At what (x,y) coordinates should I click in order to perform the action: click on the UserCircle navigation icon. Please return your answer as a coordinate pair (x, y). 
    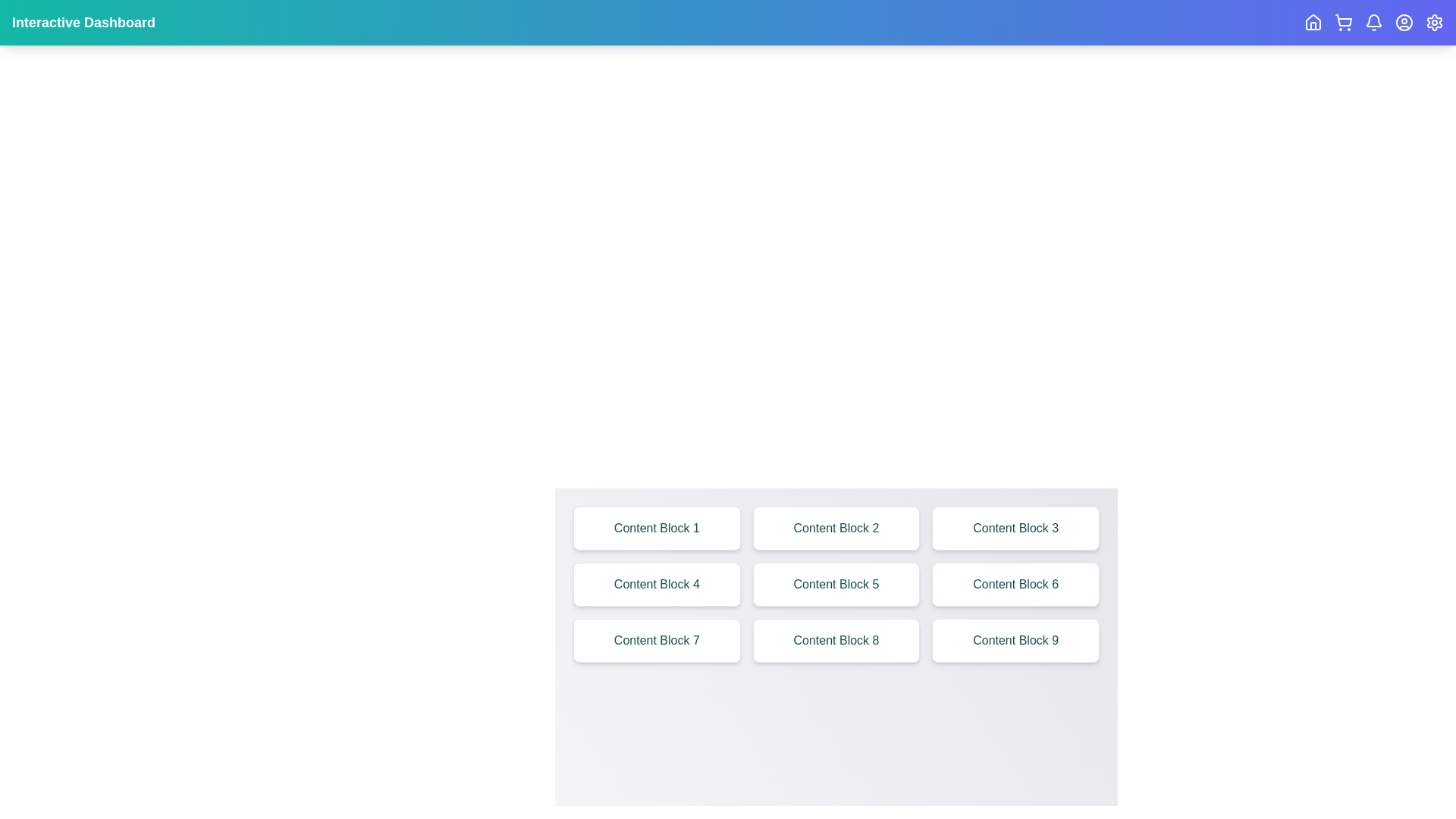
    Looking at the image, I should click on (1404, 23).